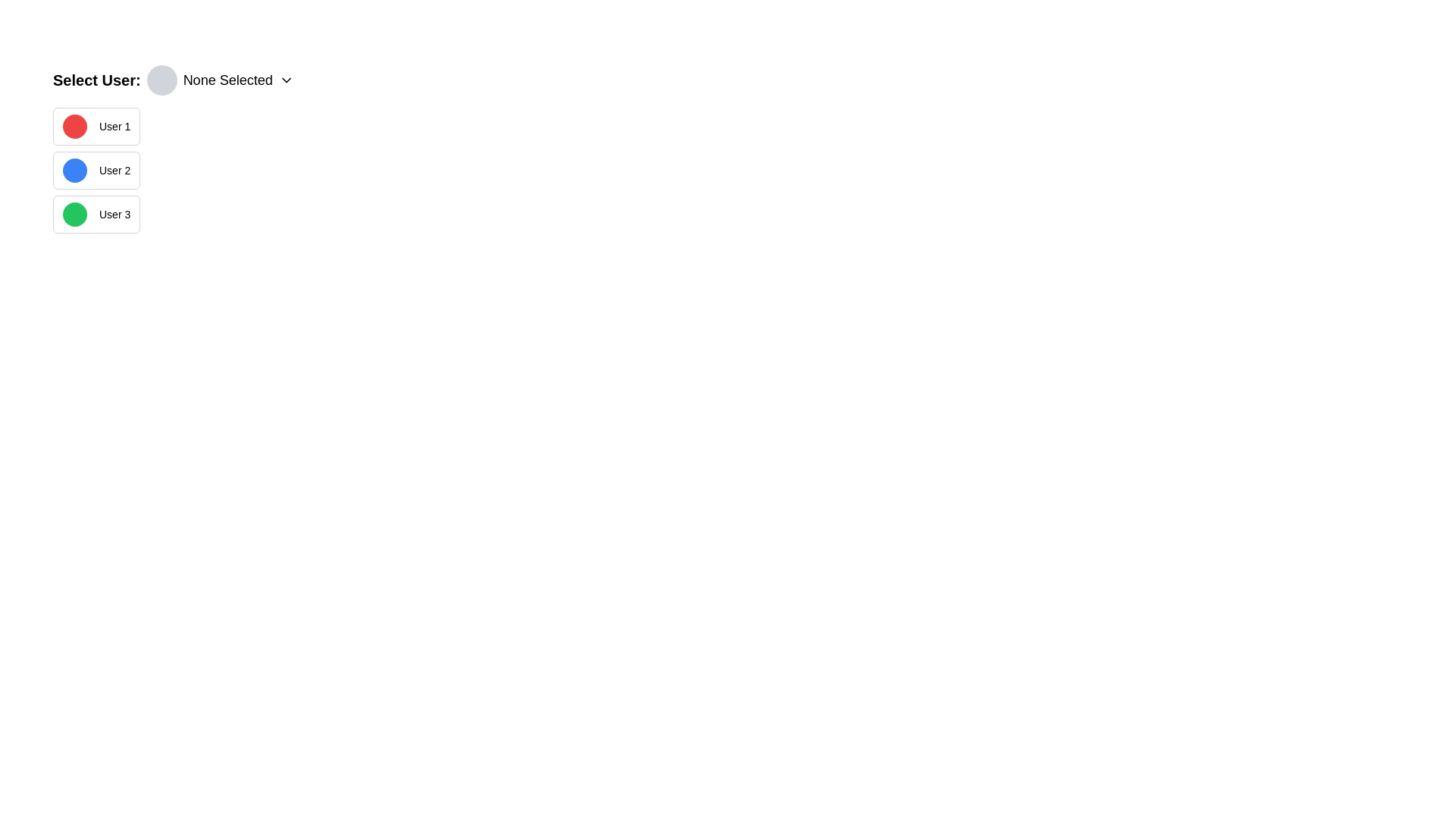 This screenshot has width=1456, height=819. What do you see at coordinates (114, 170) in the screenshot?
I see `the label displaying 'User 2', which is styled with a small bold font and is positioned next to a blue circular icon in a vertical list of user containers` at bounding box center [114, 170].